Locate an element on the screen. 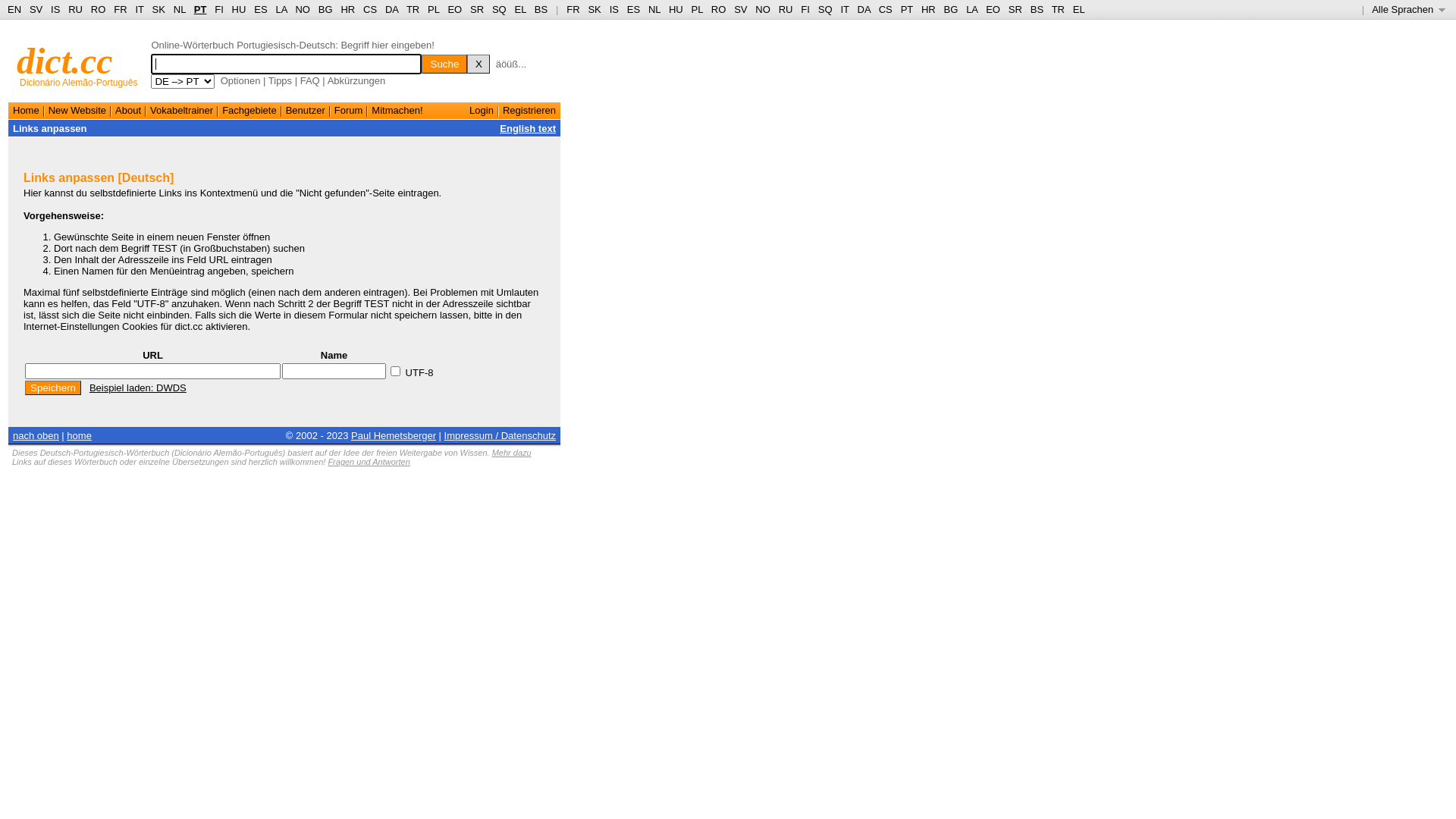  'X' is located at coordinates (466, 63).